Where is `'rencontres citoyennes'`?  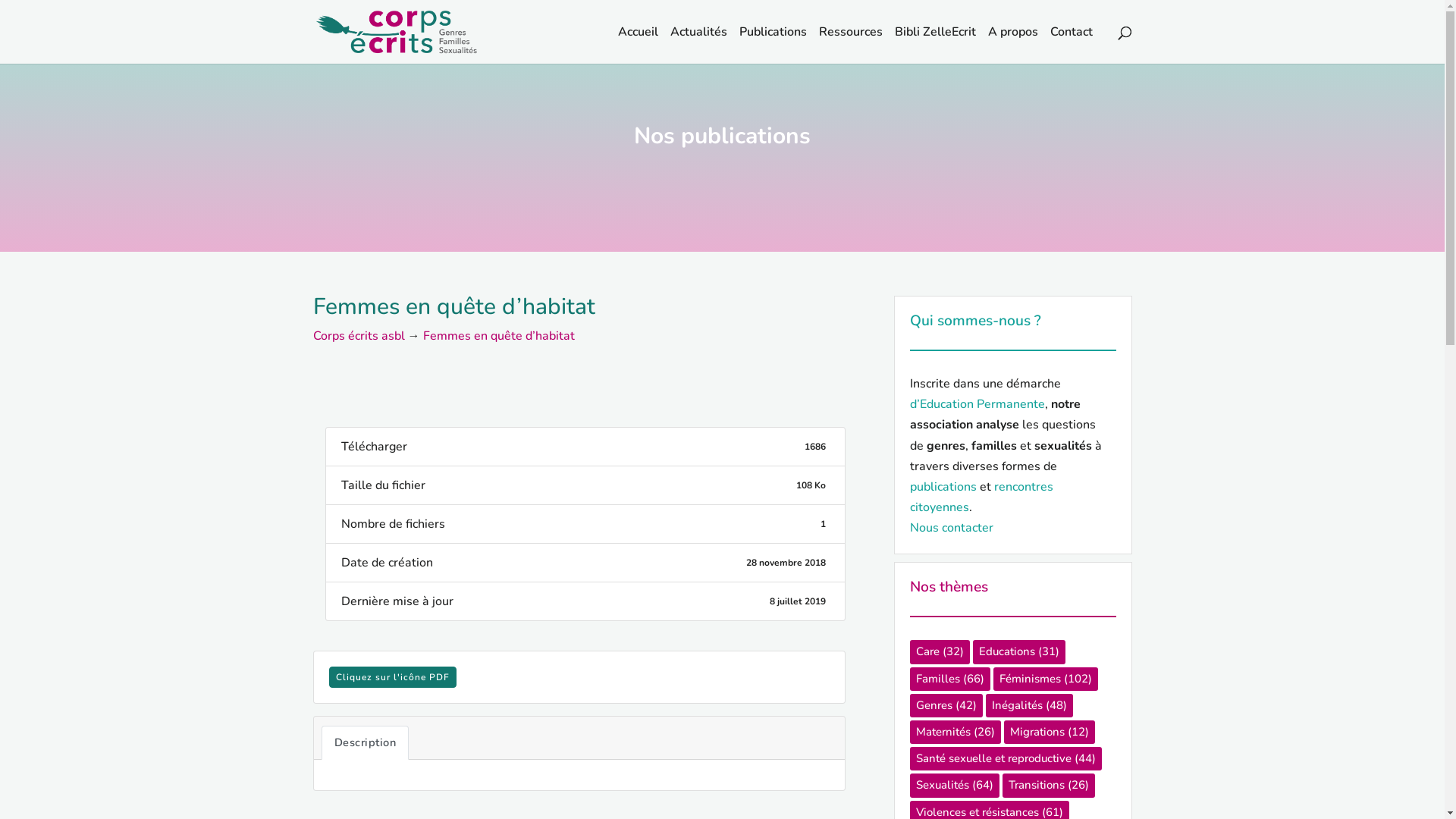
'rencontres citoyennes' is located at coordinates (981, 497).